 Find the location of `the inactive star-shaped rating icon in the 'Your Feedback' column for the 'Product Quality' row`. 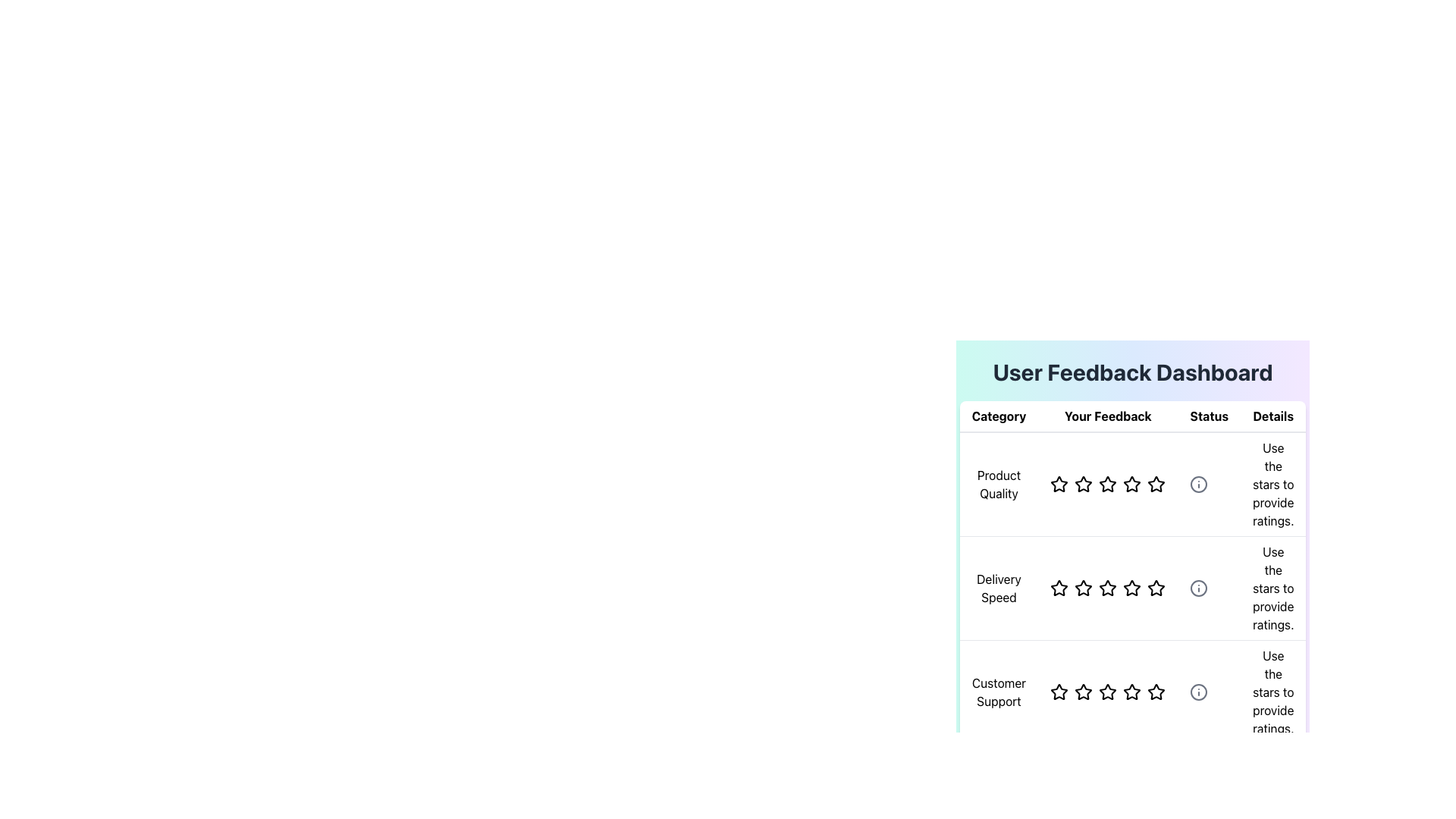

the inactive star-shaped rating icon in the 'Your Feedback' column for the 'Product Quality' row is located at coordinates (1156, 484).